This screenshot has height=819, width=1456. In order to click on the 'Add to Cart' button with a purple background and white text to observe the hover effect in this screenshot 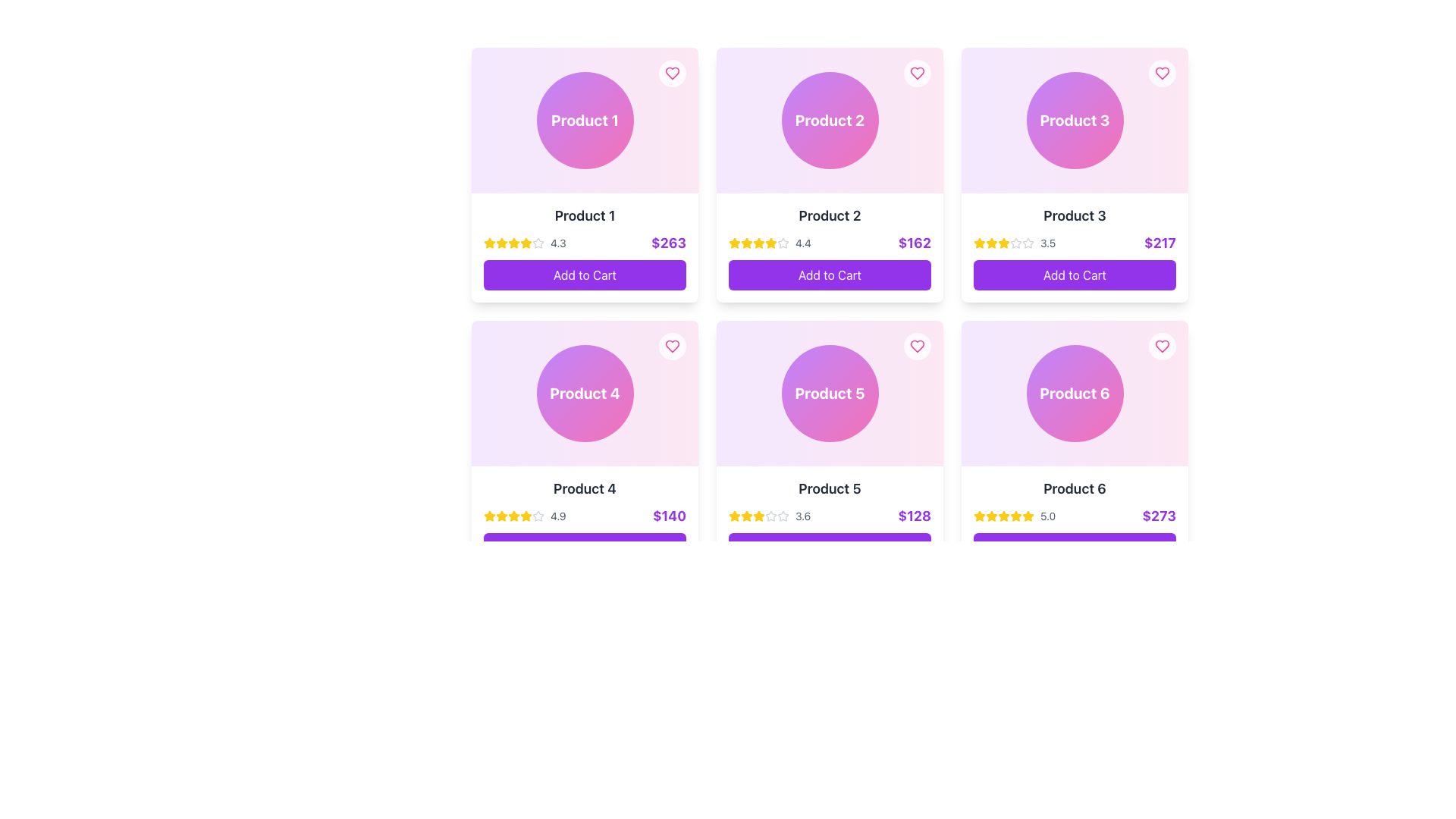, I will do `click(1074, 548)`.